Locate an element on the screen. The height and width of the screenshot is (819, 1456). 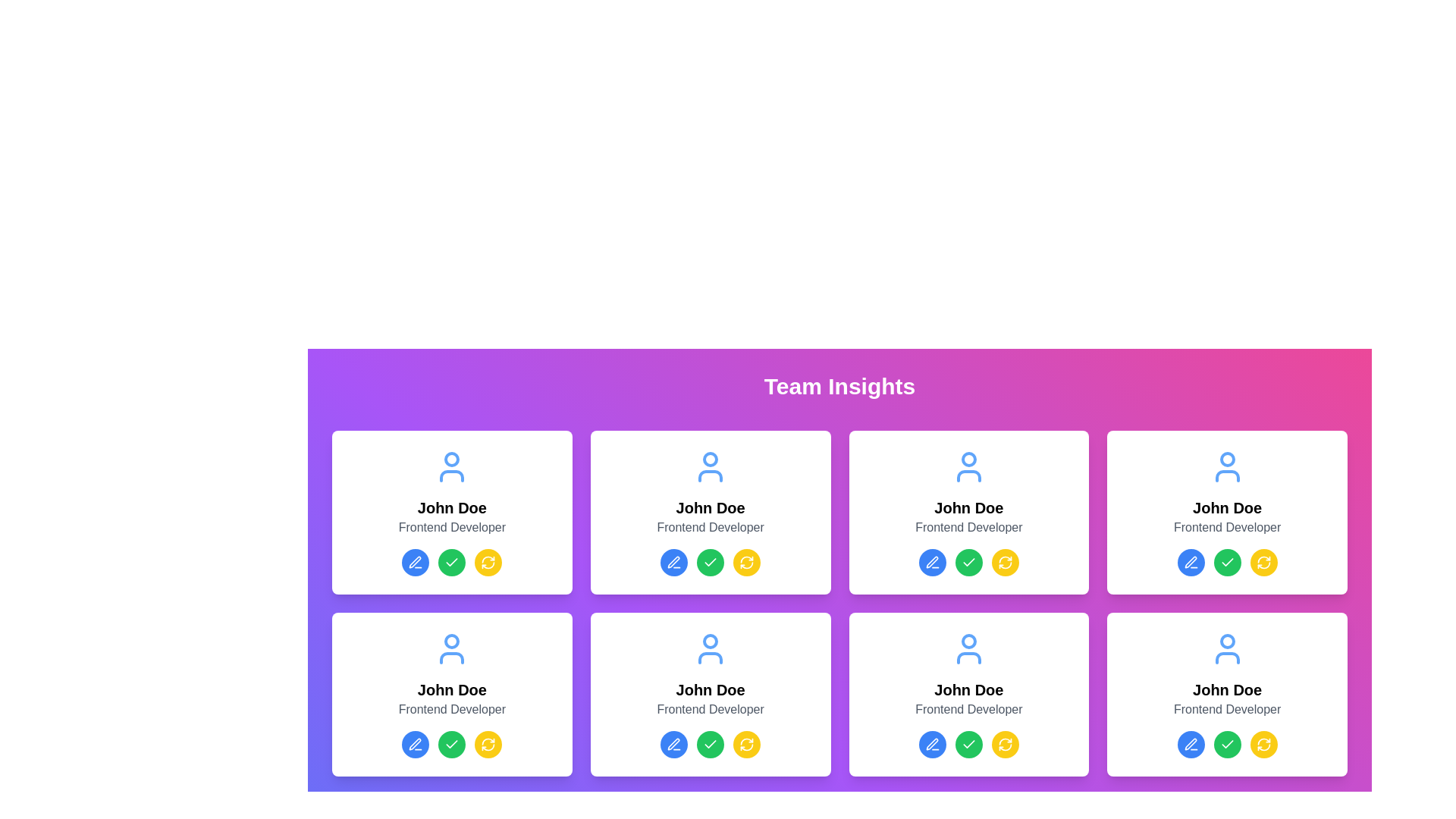
the third button in the horizontal row of buttons within the card layout to reset or refresh the associated content is located at coordinates (747, 744).